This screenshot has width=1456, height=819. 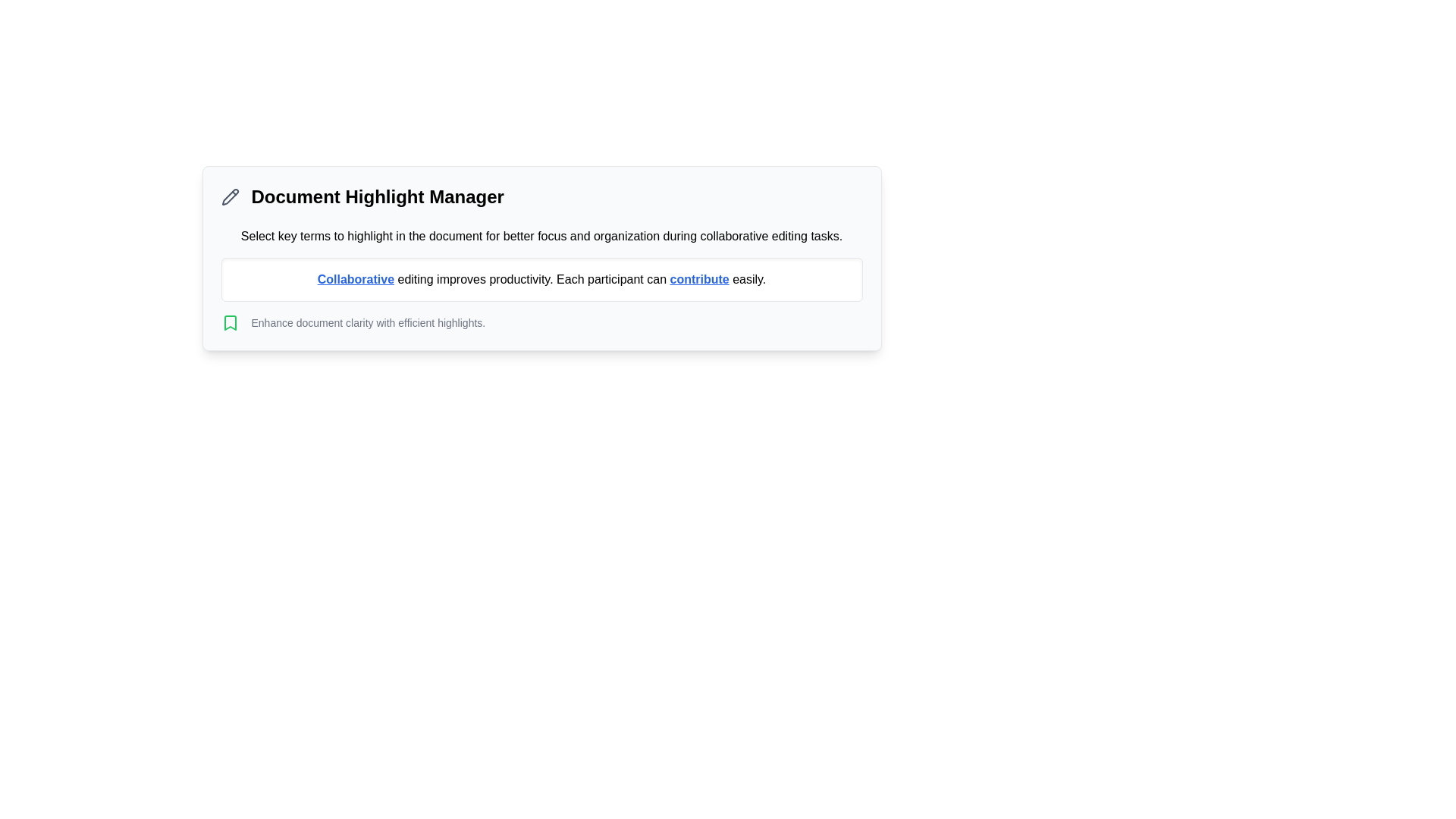 I want to click on editing functionality icon located within the SVG element, positioned slightly above and to the right of the text 'Collaborative editing improves productivity.', so click(x=229, y=196).